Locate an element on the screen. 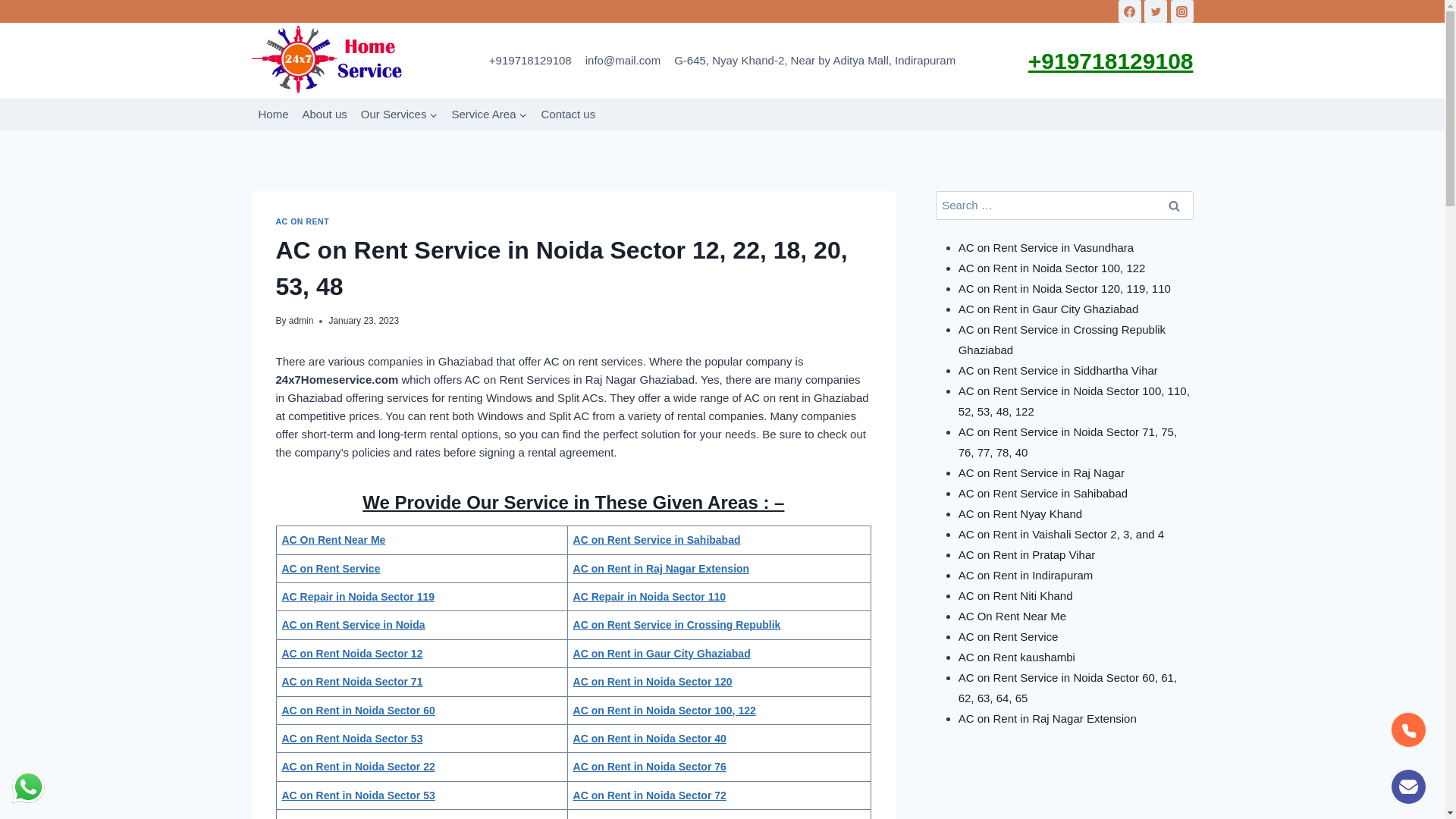 Image resolution: width=1456 pixels, height=819 pixels. 'AC on Rent in Noida Sector 60' is located at coordinates (358, 711).